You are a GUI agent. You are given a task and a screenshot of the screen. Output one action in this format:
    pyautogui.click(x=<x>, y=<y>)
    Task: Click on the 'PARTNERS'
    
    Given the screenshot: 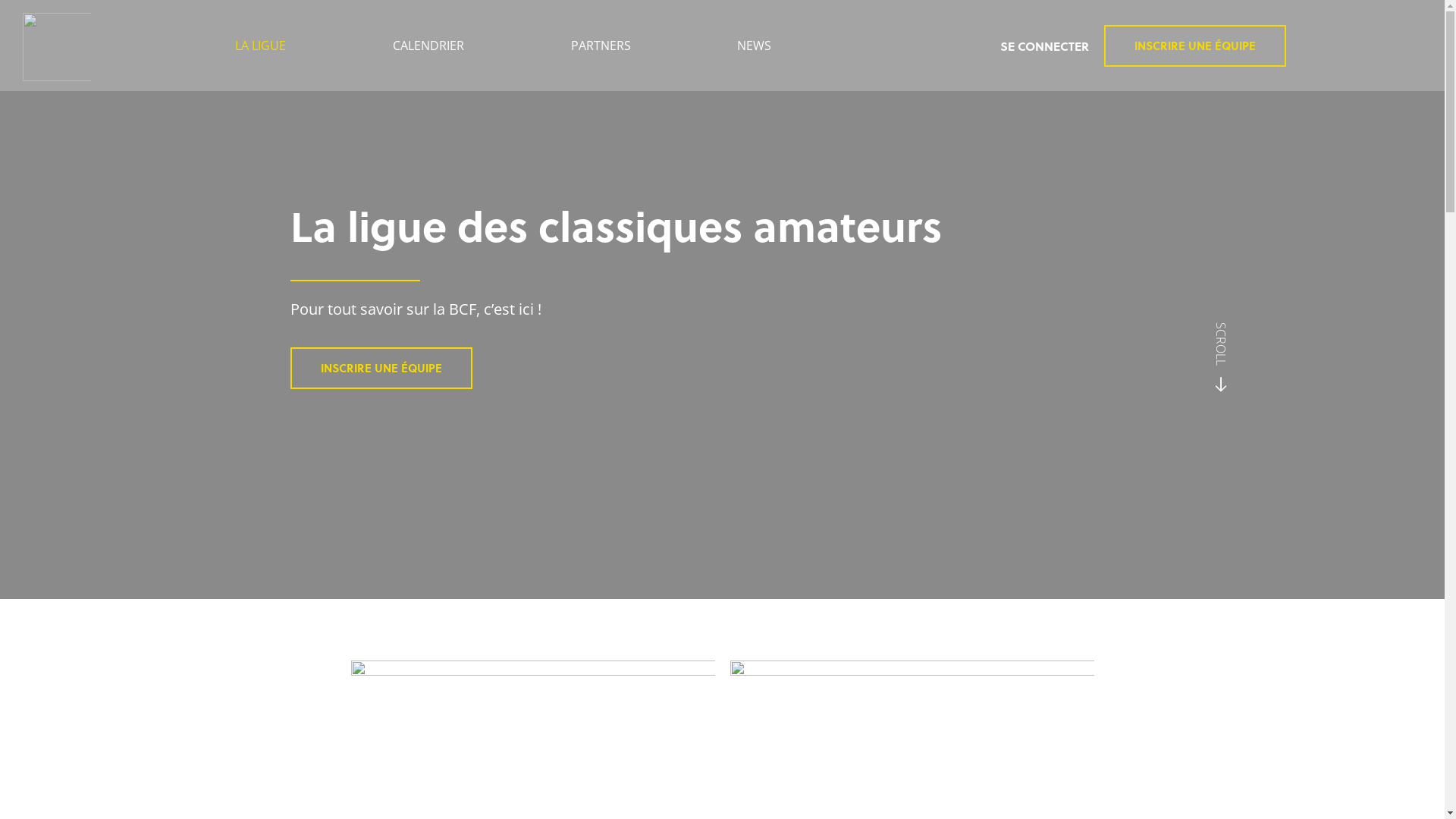 What is the action you would take?
    pyautogui.click(x=600, y=45)
    